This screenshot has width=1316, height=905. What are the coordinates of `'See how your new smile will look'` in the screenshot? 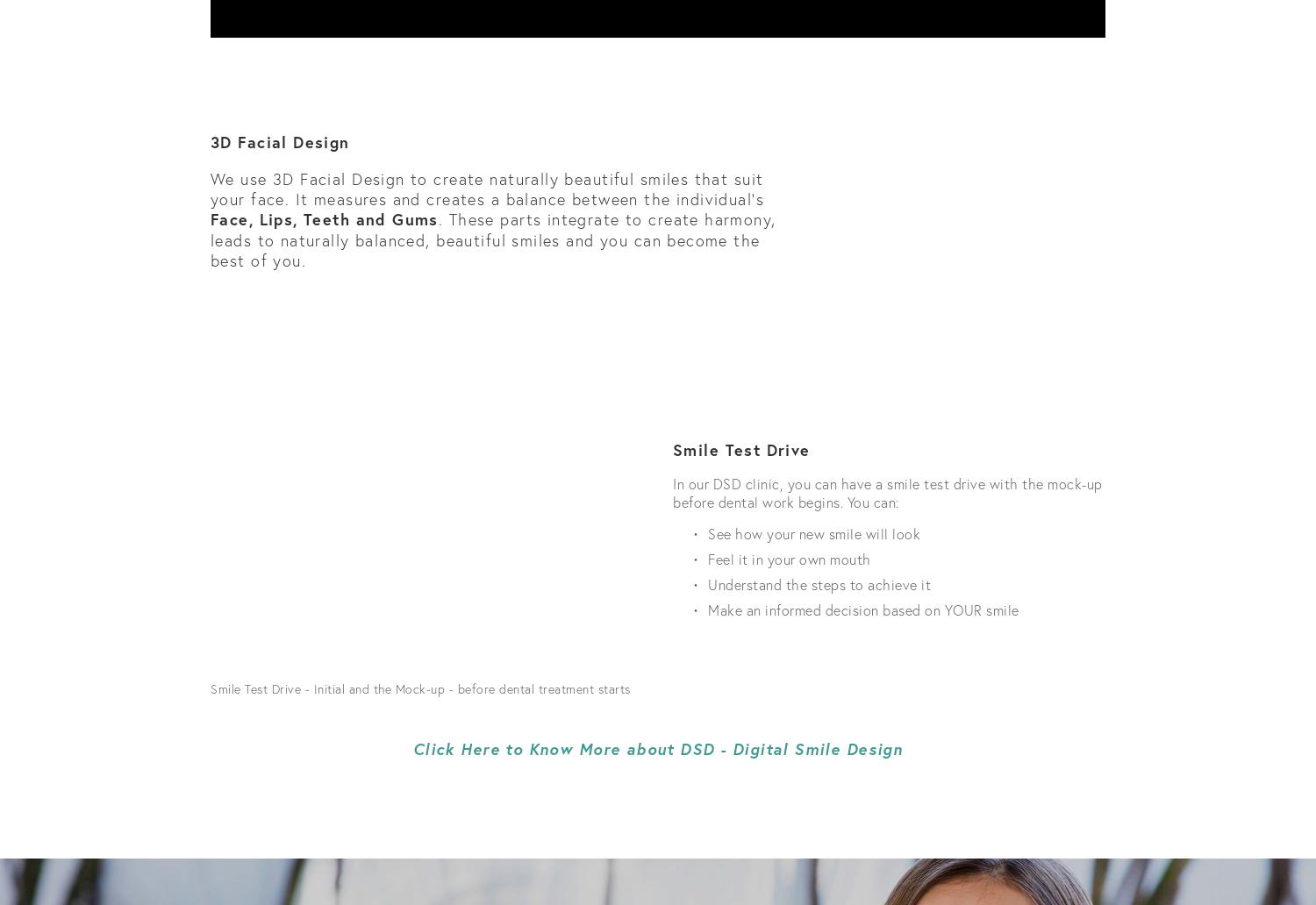 It's located at (708, 533).